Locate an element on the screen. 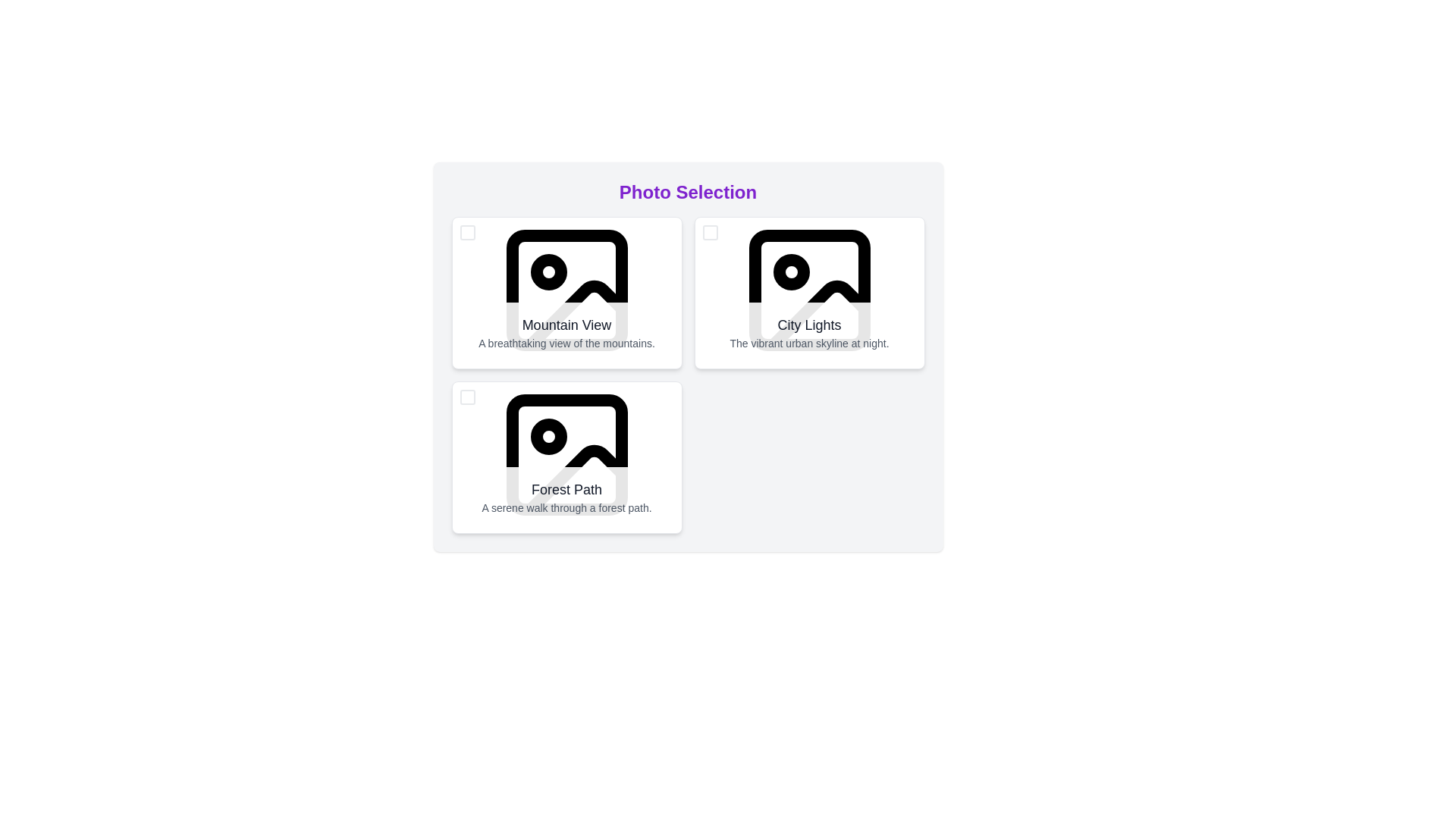 This screenshot has height=819, width=1456. the 'Mountain View' interactive card located in the top-left region of the grid layout is located at coordinates (566, 290).